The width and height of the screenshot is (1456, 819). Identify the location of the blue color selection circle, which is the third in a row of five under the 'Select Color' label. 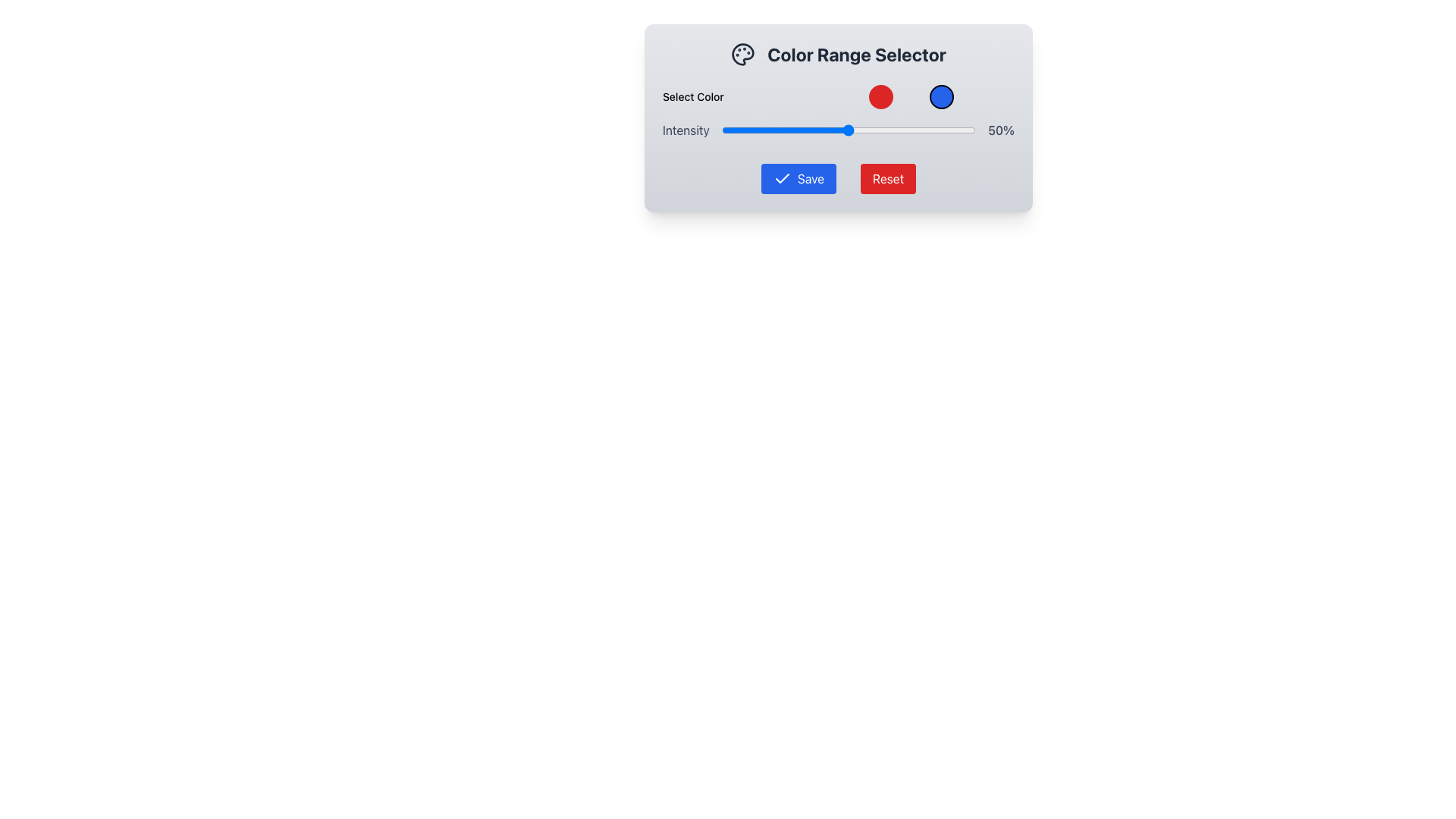
(941, 96).